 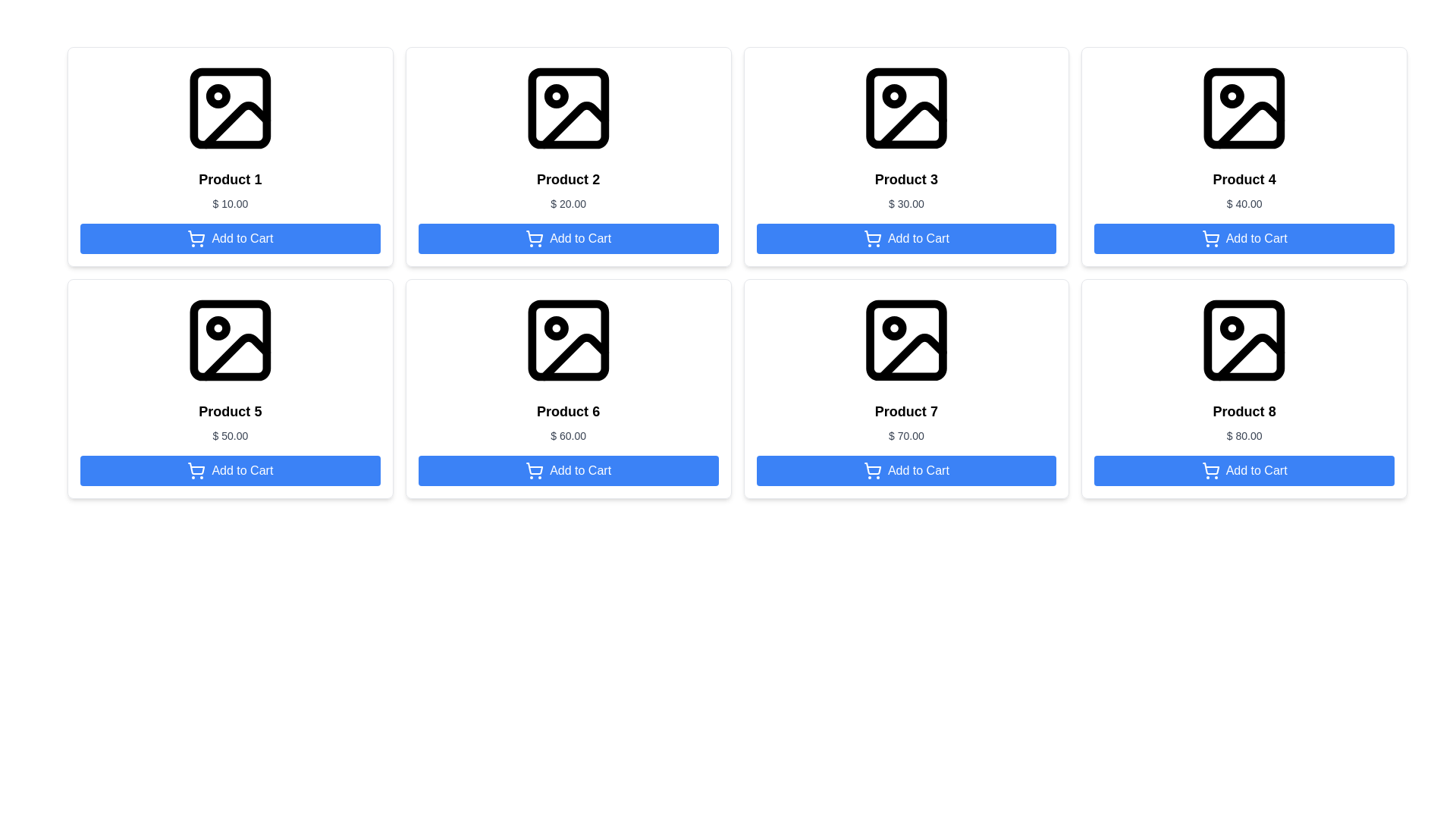 What do you see at coordinates (229, 470) in the screenshot?
I see `the 'Add to Cart' button with blue styling and white text located within the card for 'Product 5'` at bounding box center [229, 470].